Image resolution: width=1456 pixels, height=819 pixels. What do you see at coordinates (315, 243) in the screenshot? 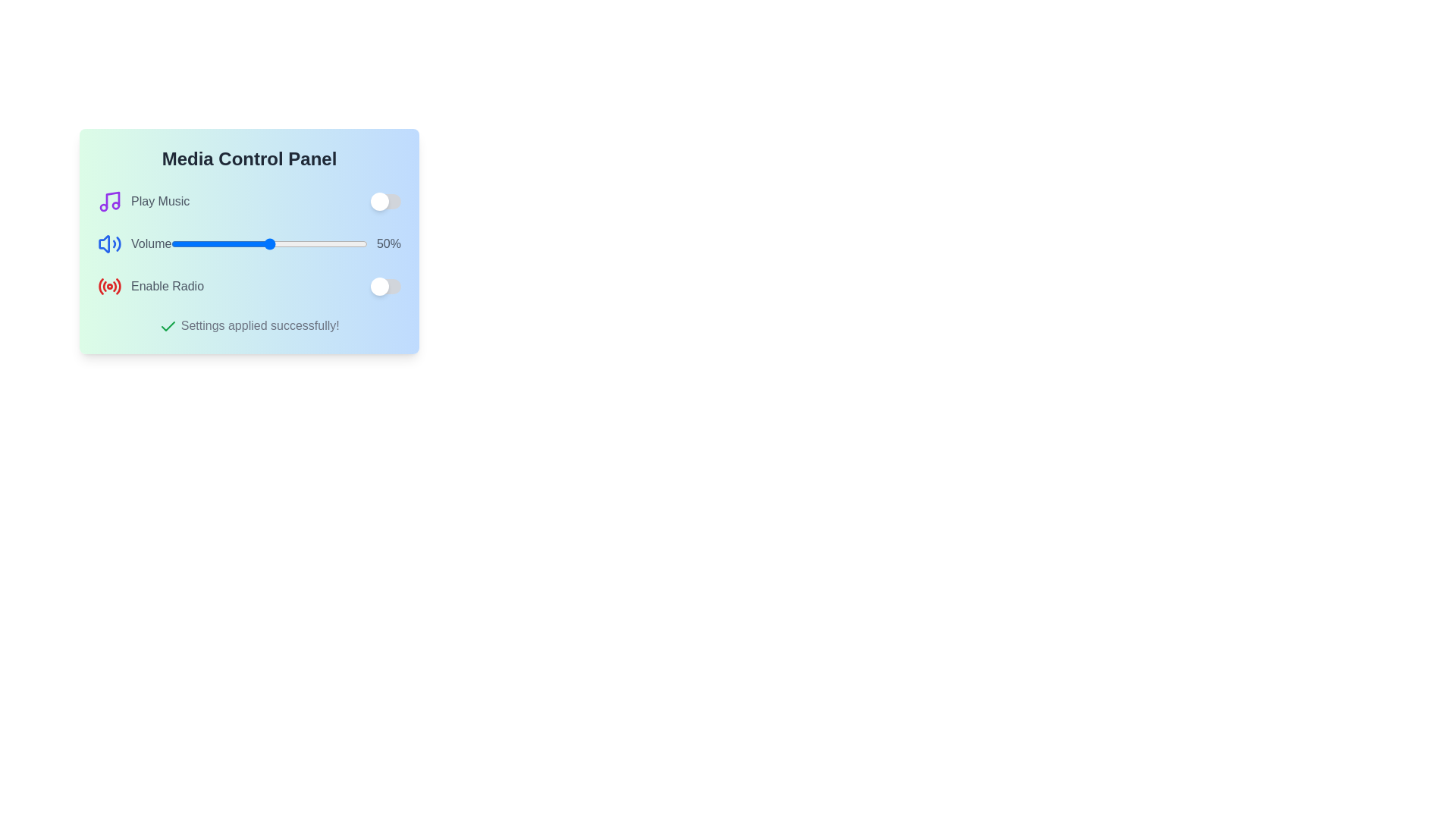
I see `the volume slider` at bounding box center [315, 243].